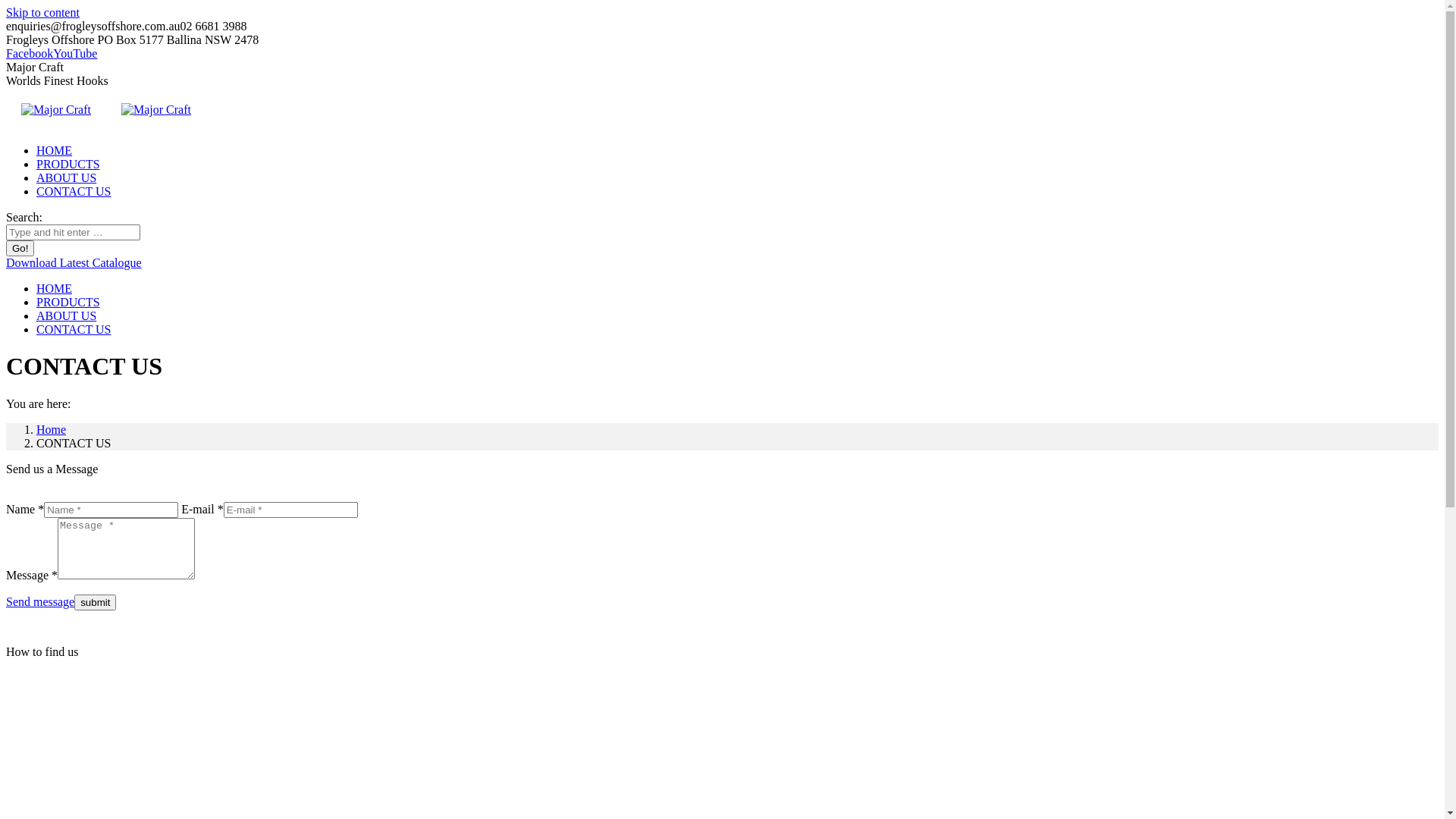 The width and height of the screenshot is (1456, 819). Describe the element at coordinates (67, 164) in the screenshot. I see `'PRODUCTS'` at that location.